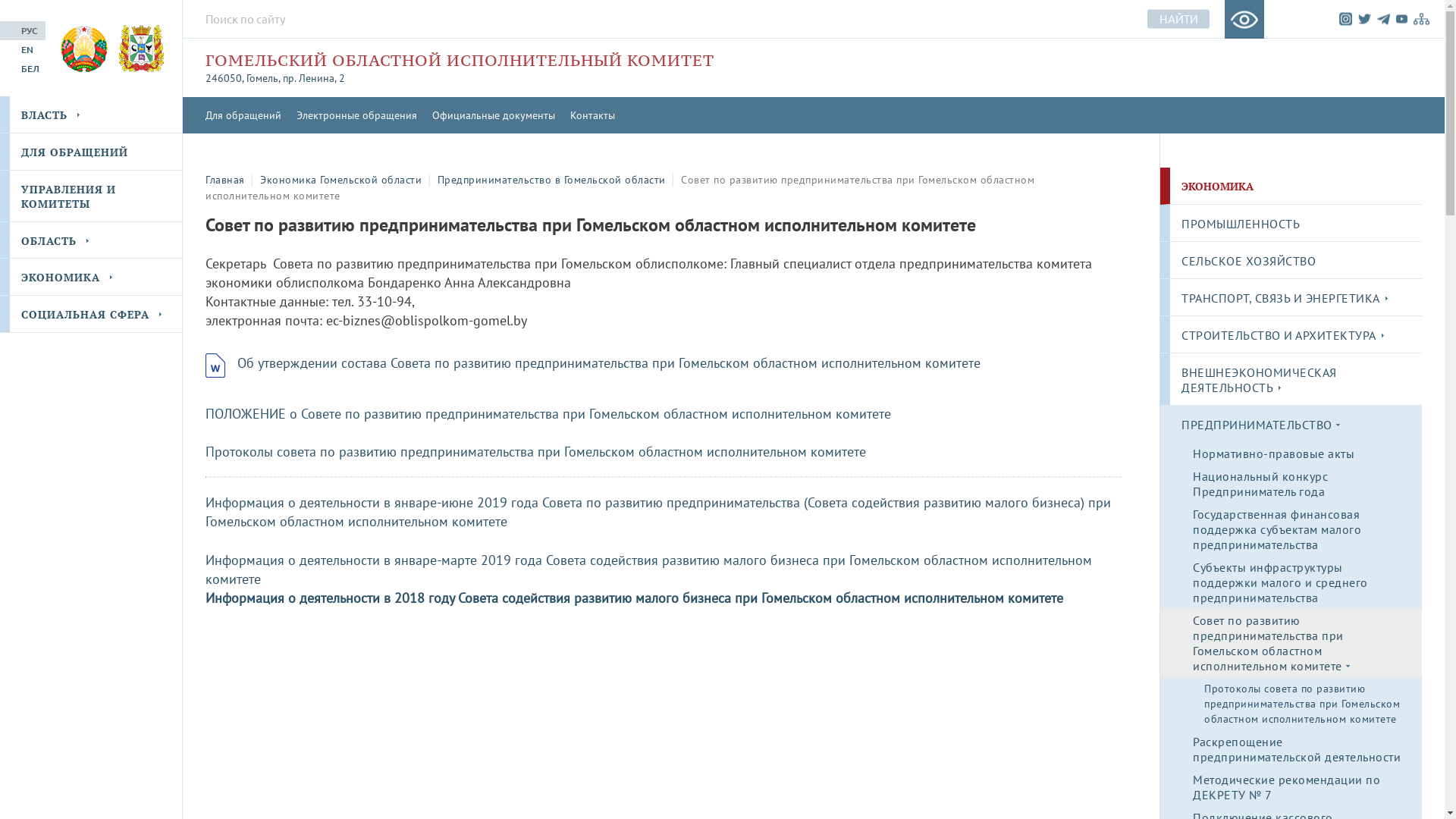  Describe the element at coordinates (0, 49) in the screenshot. I see `'EN'` at that location.